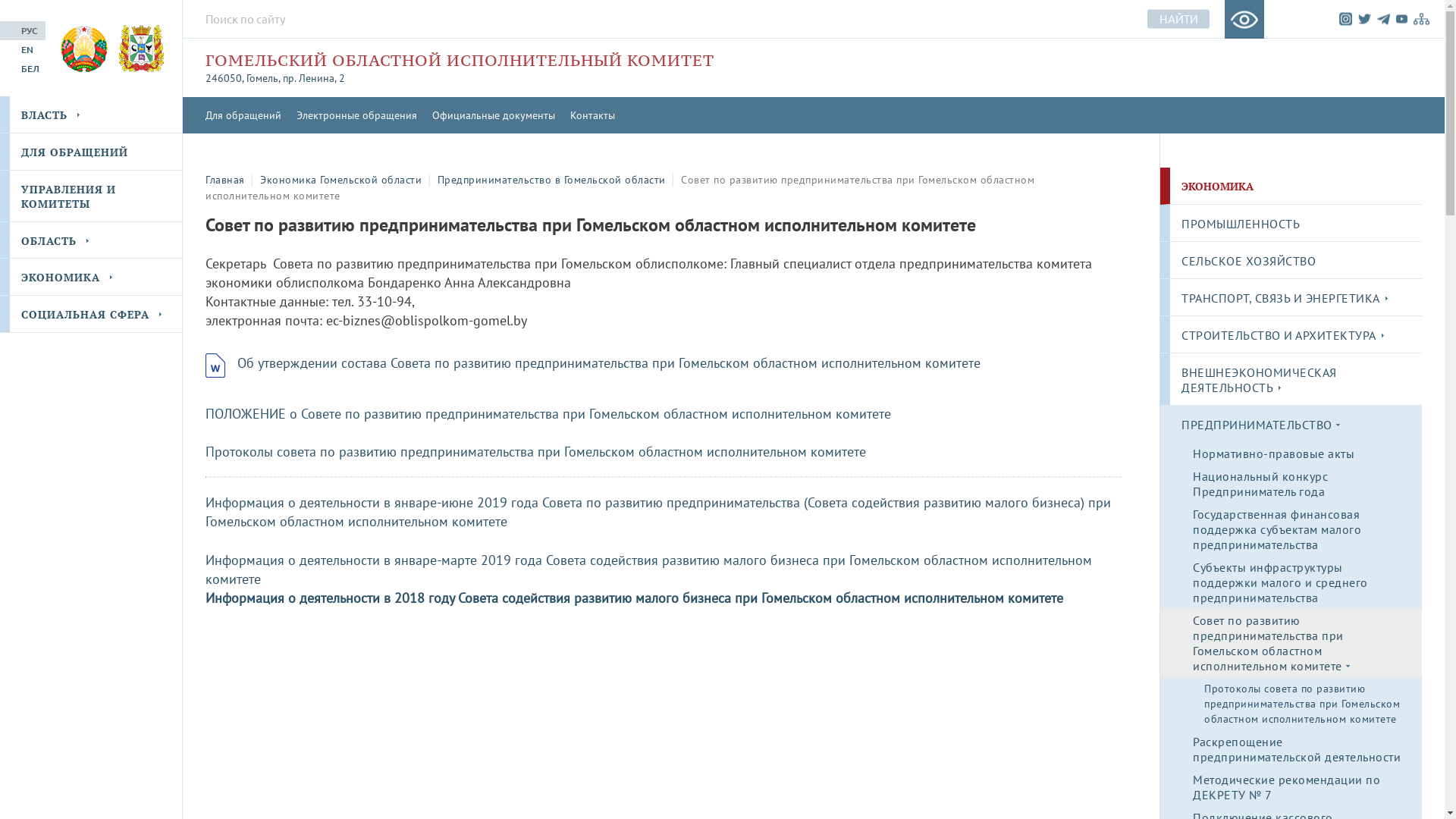  Describe the element at coordinates (0, 49) in the screenshot. I see `'EN'` at that location.